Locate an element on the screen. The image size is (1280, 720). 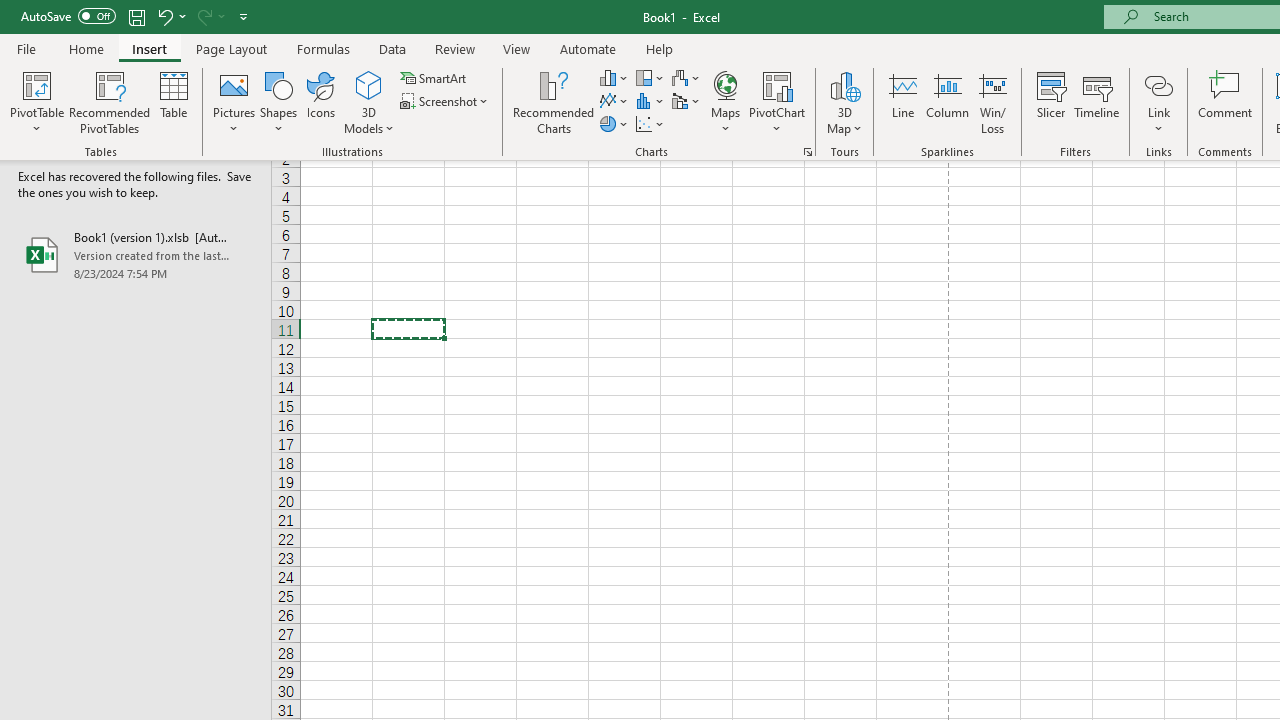
'File Tab' is located at coordinates (26, 47).